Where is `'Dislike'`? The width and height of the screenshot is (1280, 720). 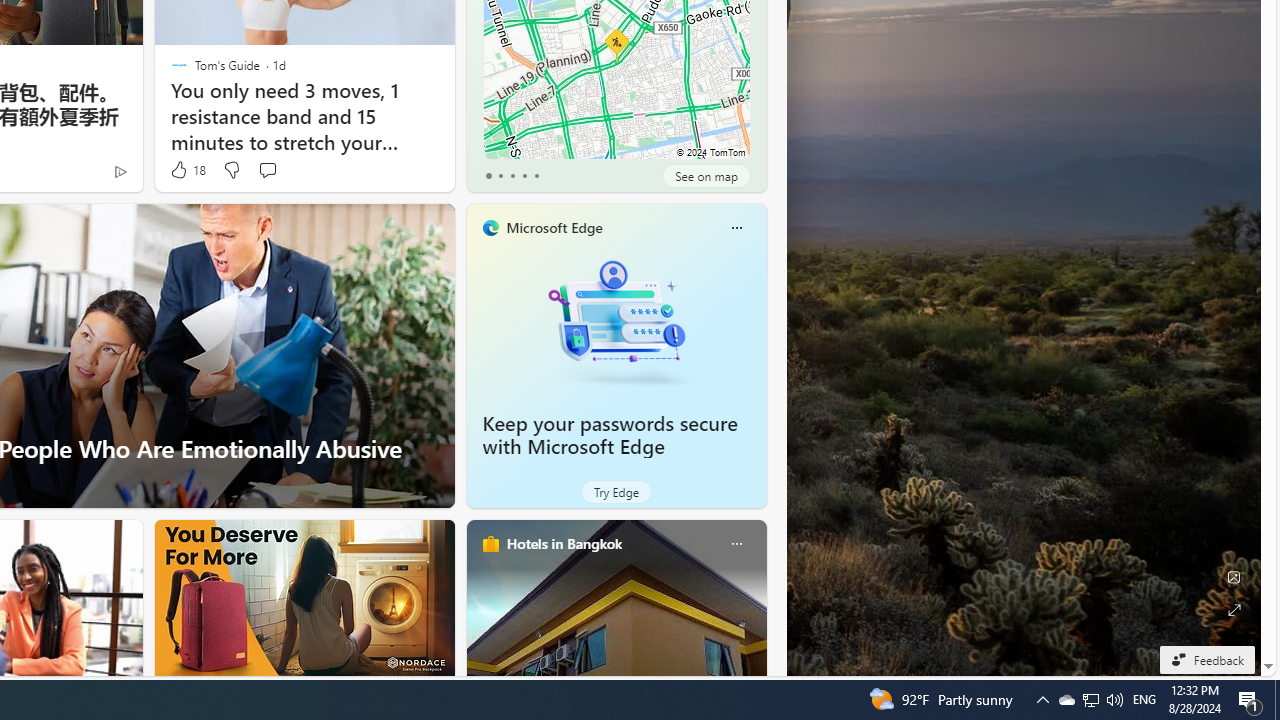
'Dislike' is located at coordinates (231, 169).